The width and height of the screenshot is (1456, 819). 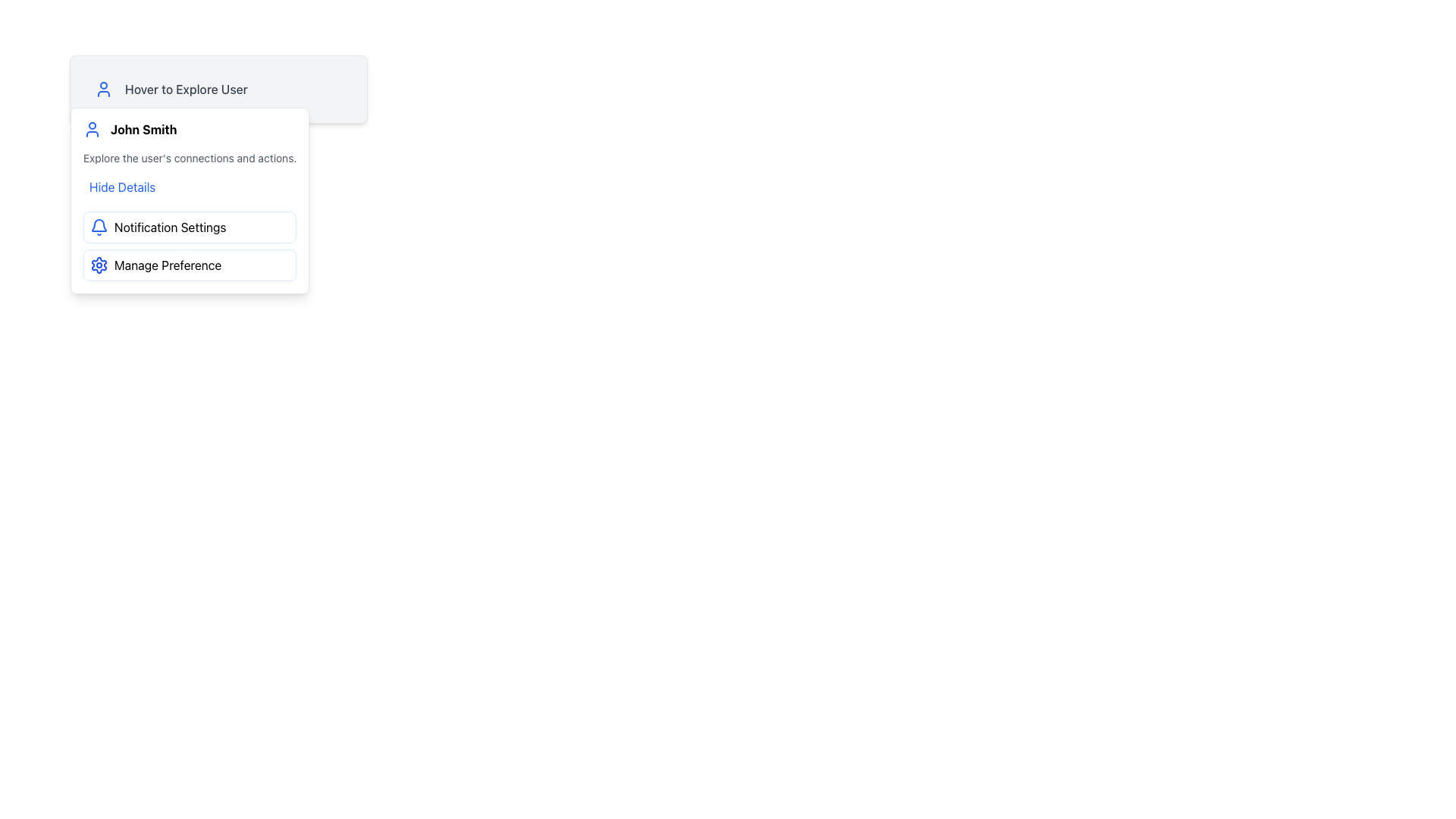 I want to click on the blue-stroked bell-shaped icon located in the 'Notification Settings' section for interaction, so click(x=98, y=227).